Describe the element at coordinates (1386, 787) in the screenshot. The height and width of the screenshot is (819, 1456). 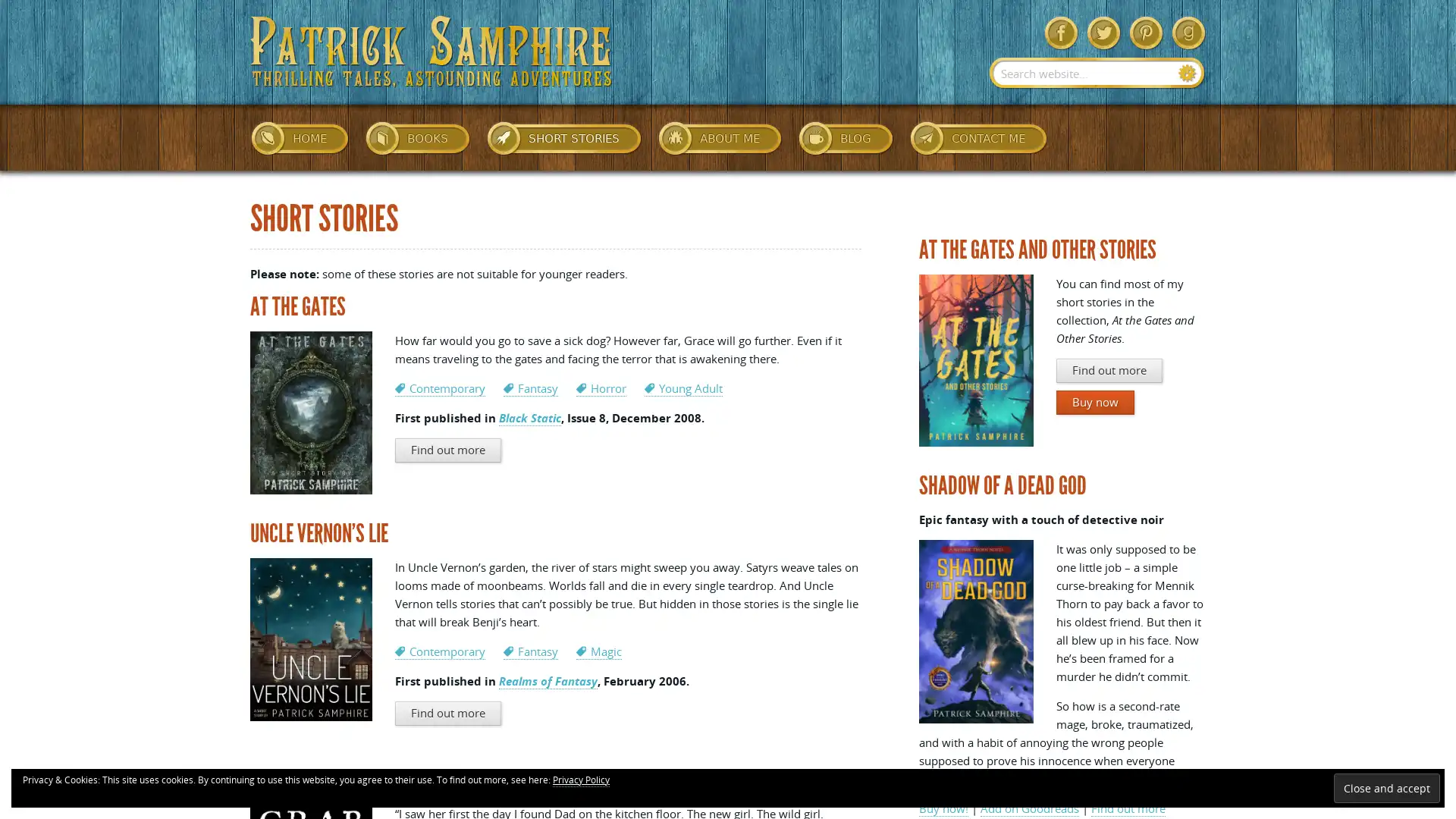
I see `Close and accept` at that location.